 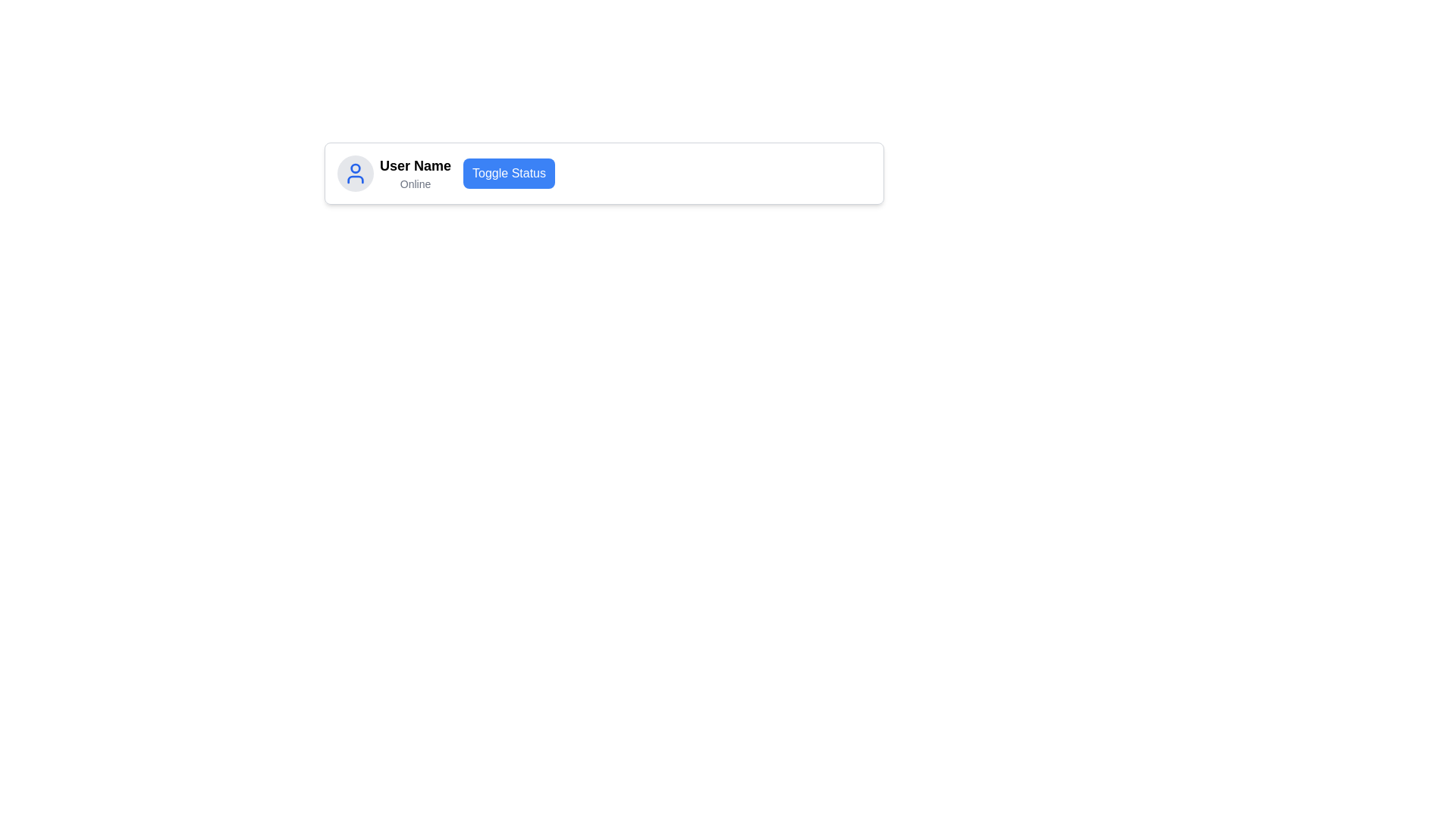 I want to click on the circular user icon with a light gray background and blue user symbol, so click(x=355, y=172).